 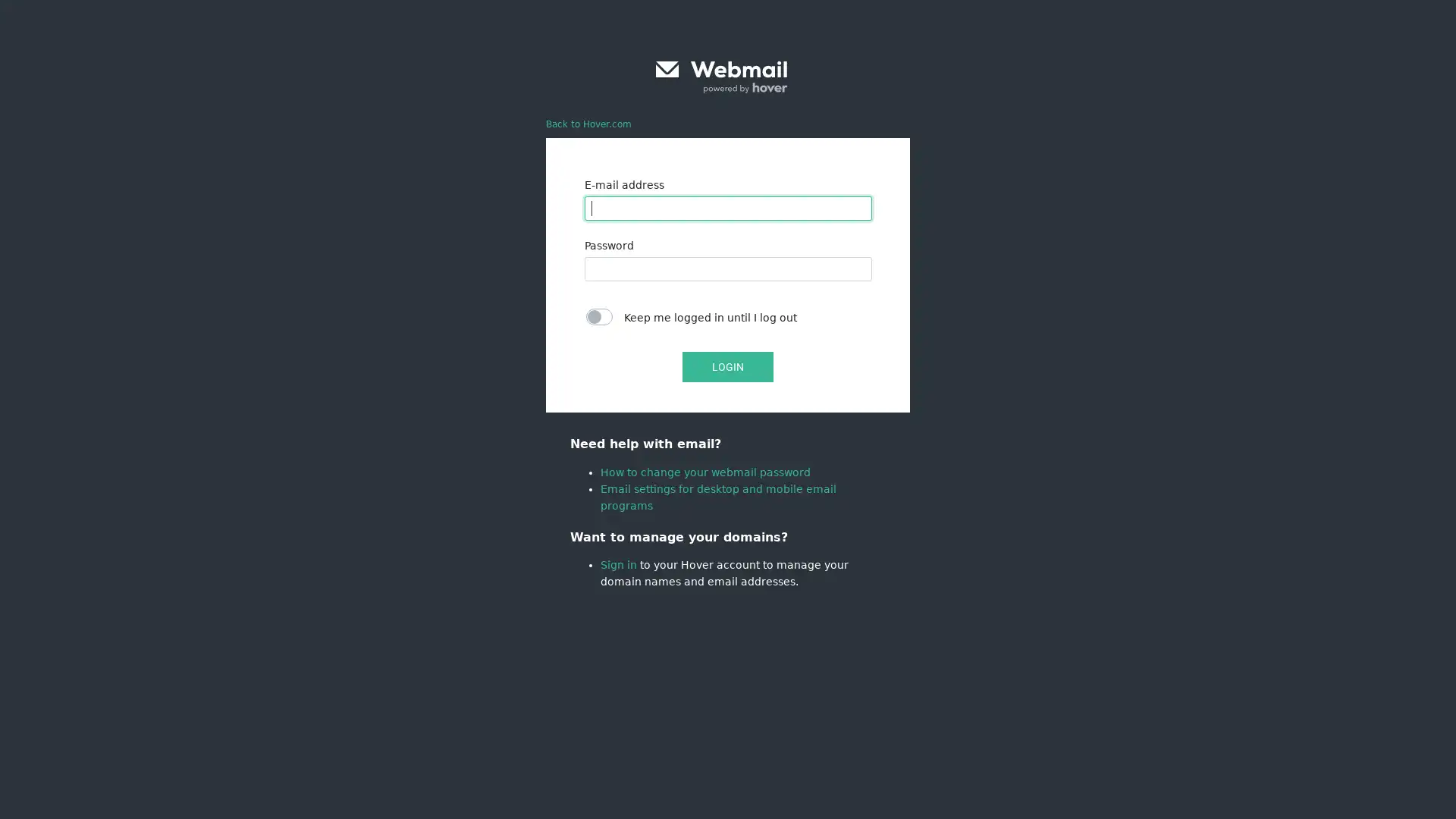 What do you see at coordinates (728, 366) in the screenshot?
I see `LOGIN` at bounding box center [728, 366].